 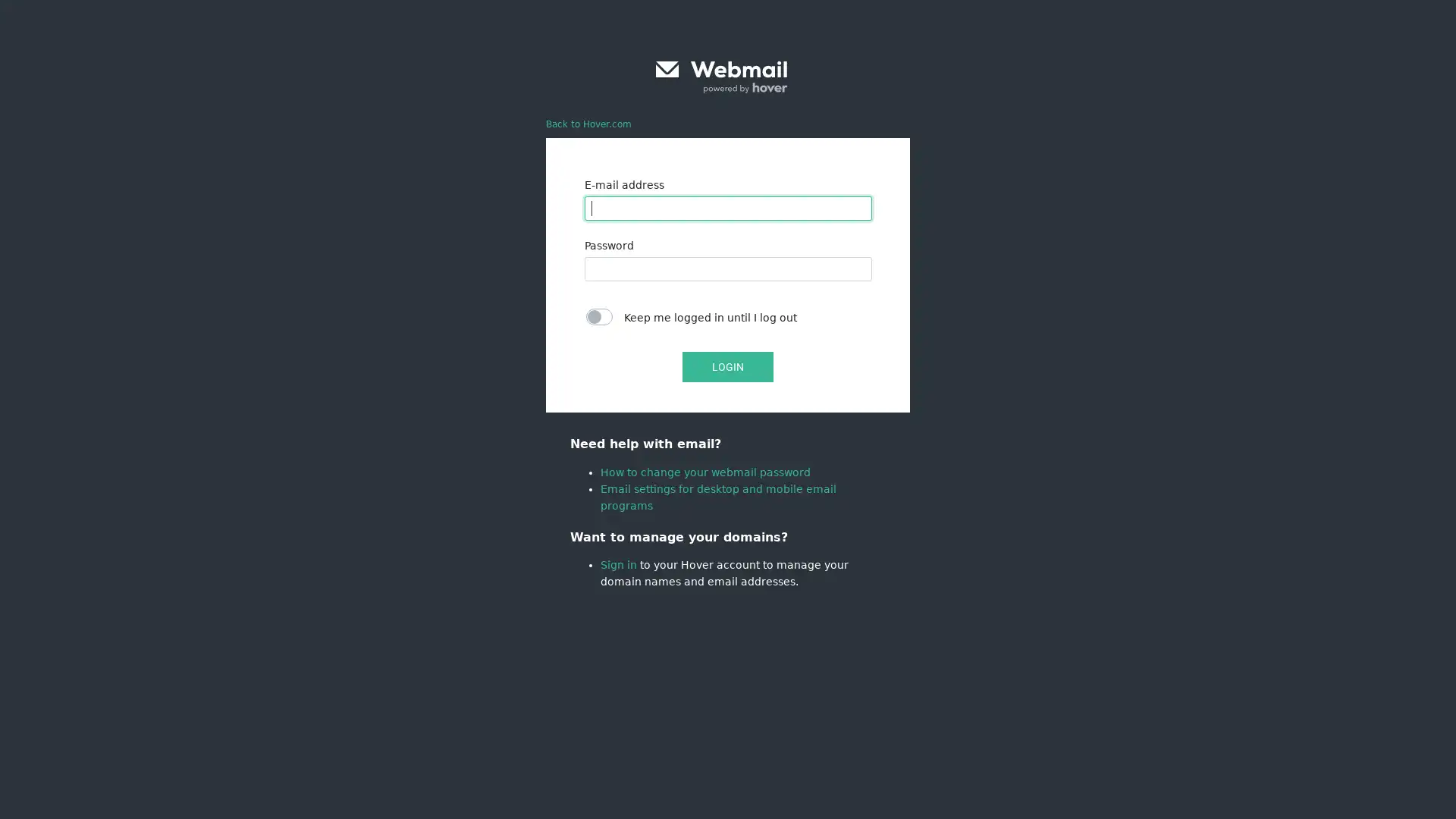 What do you see at coordinates (728, 366) in the screenshot?
I see `LOGIN` at bounding box center [728, 366].